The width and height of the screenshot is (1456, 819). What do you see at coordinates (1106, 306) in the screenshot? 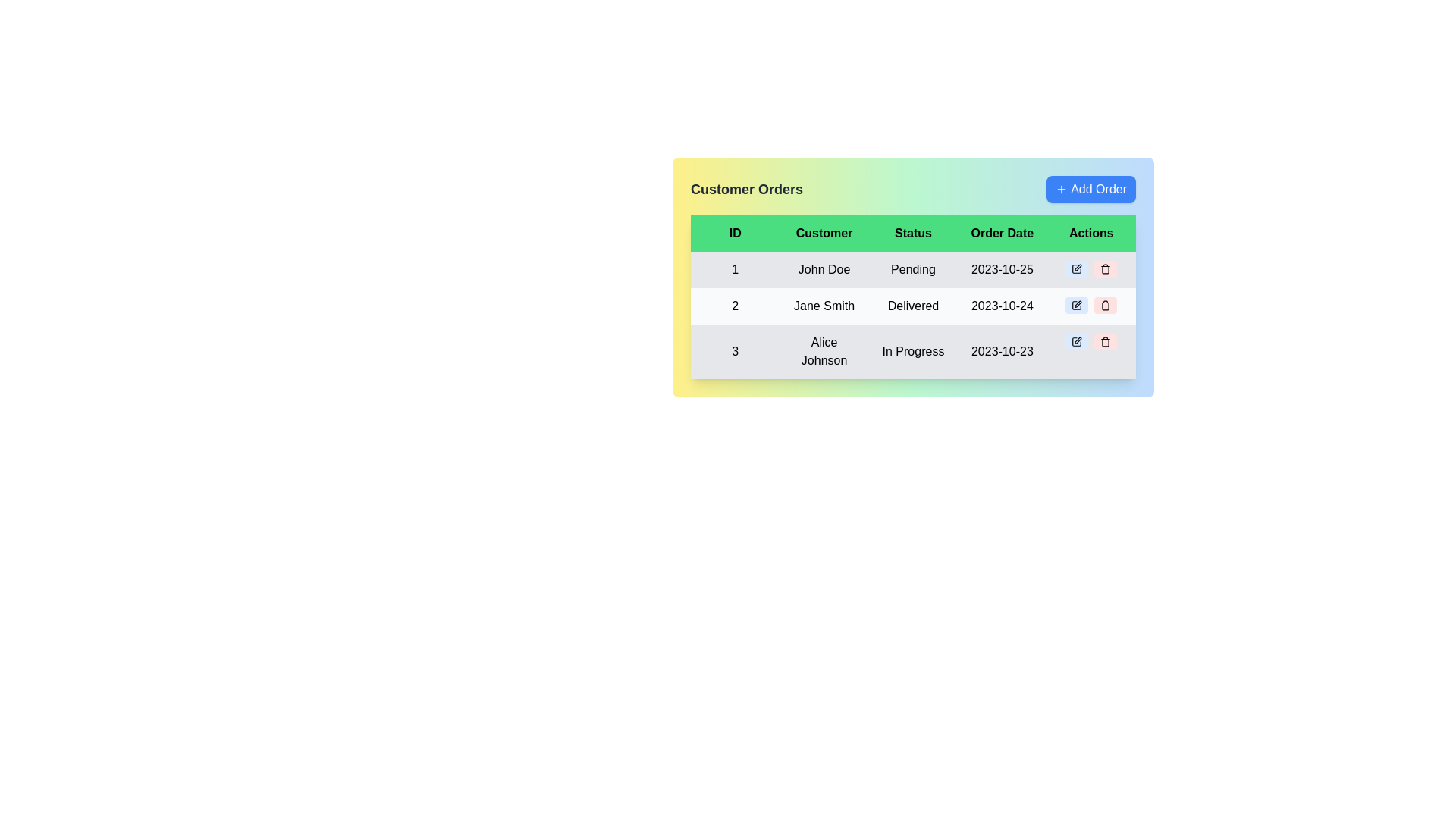
I see `the lower body component of the trash bin icon` at bounding box center [1106, 306].